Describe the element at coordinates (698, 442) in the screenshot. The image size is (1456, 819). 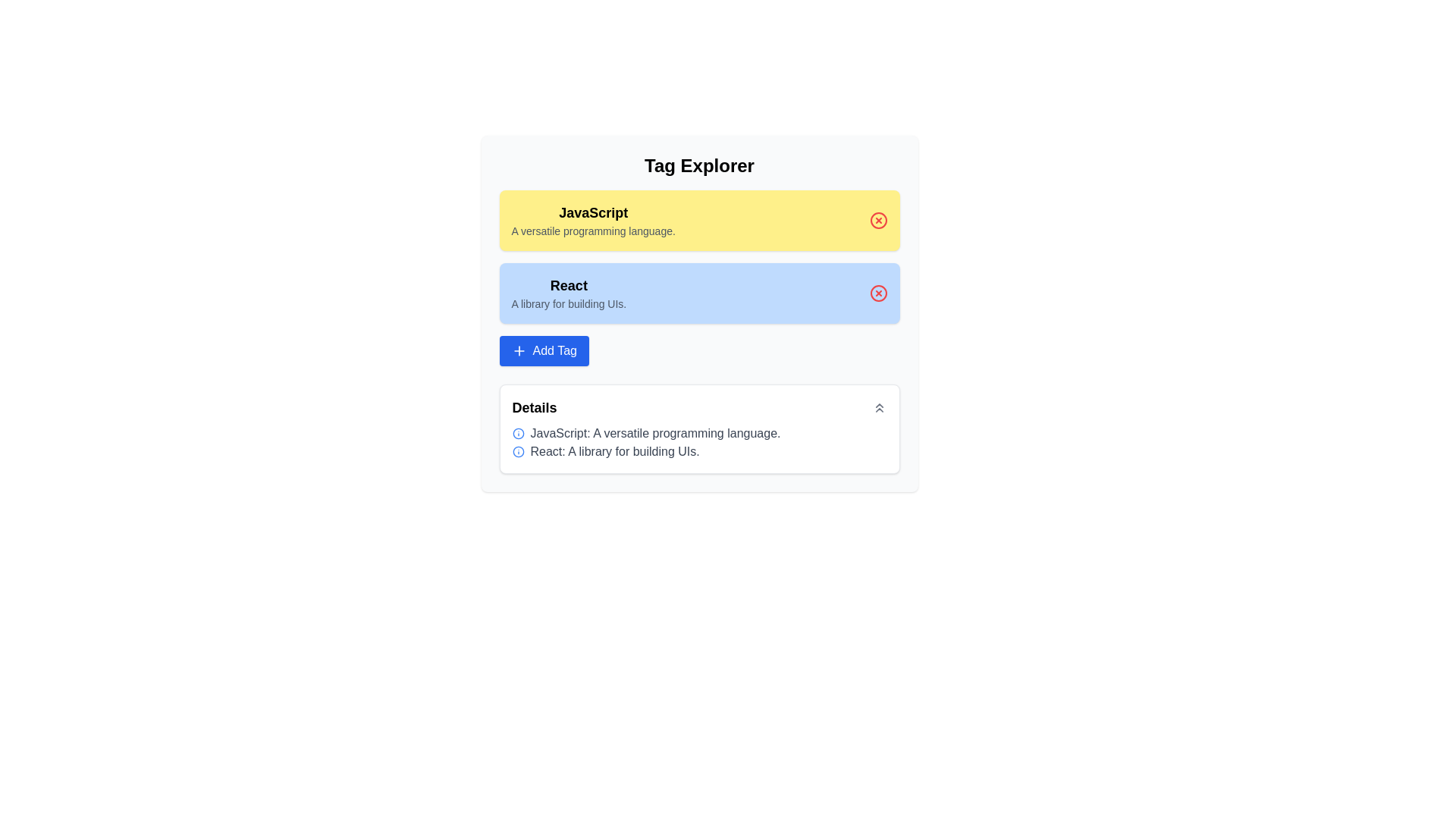
I see `the bullet point list containing information about 'JavaScript' and 'React'` at that location.